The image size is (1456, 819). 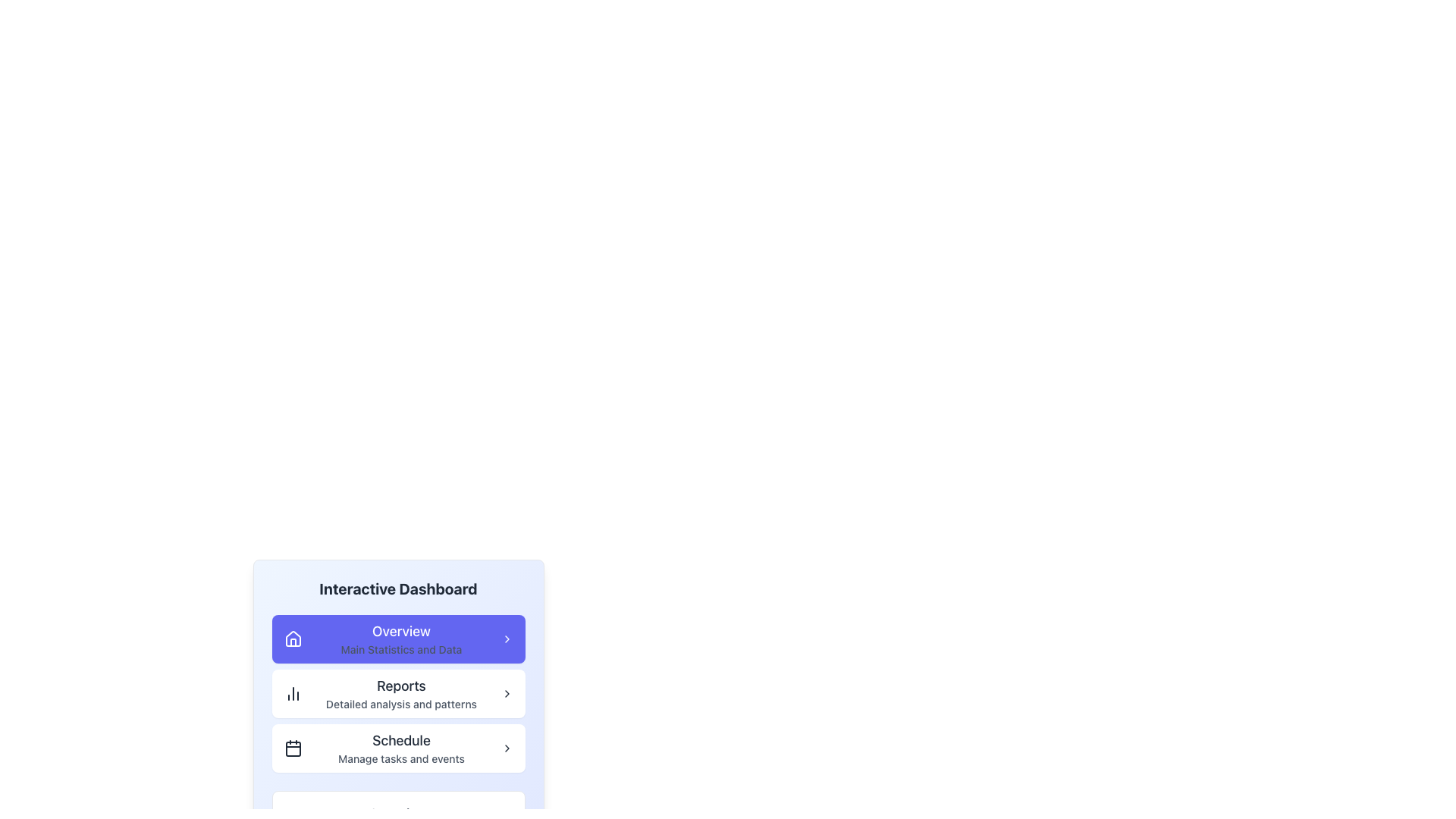 What do you see at coordinates (293, 639) in the screenshot?
I see `the 'Overview' icon located on the top-left side of the 'Overview' button in the vertical navigation list of the 'Interactive Dashboard' panel` at bounding box center [293, 639].